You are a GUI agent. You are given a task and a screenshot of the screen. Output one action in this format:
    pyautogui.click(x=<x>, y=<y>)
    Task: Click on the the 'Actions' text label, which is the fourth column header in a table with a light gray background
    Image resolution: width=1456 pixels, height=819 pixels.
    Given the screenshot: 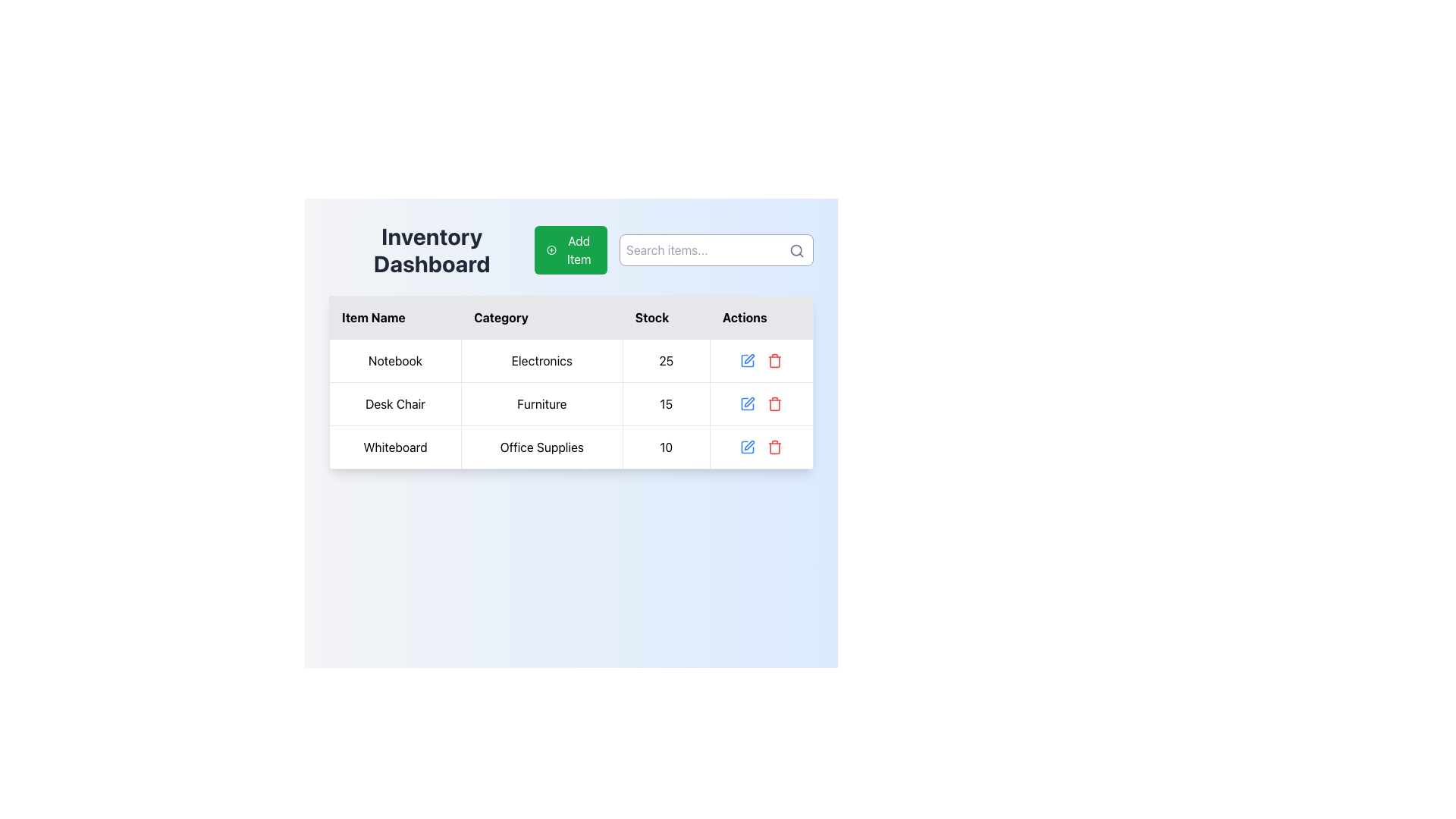 What is the action you would take?
    pyautogui.click(x=761, y=317)
    